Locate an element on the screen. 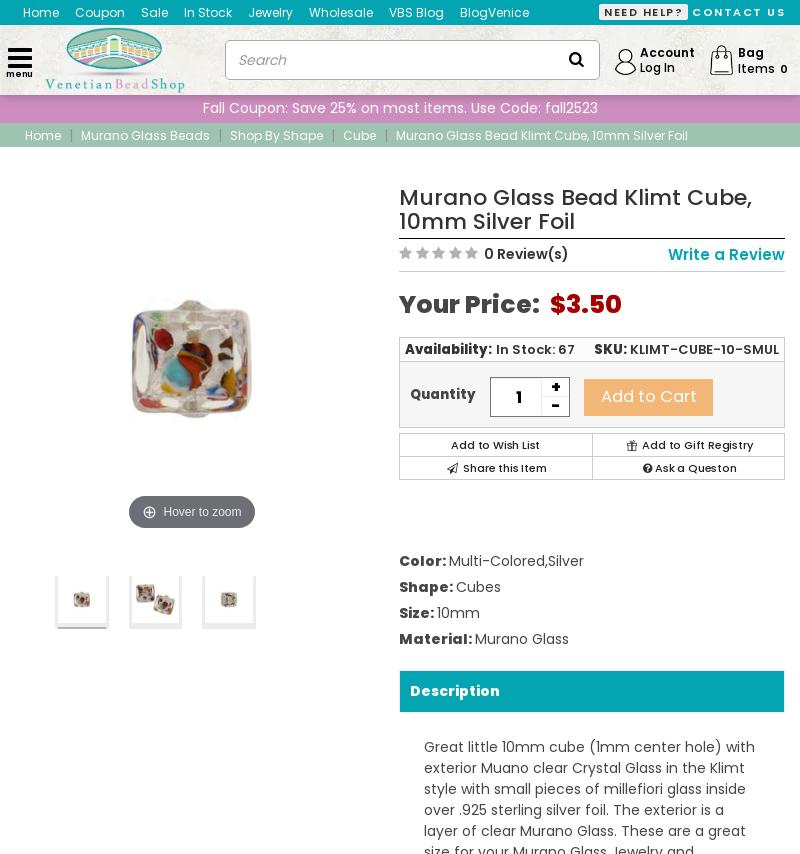  'Review(s)' is located at coordinates (530, 252).